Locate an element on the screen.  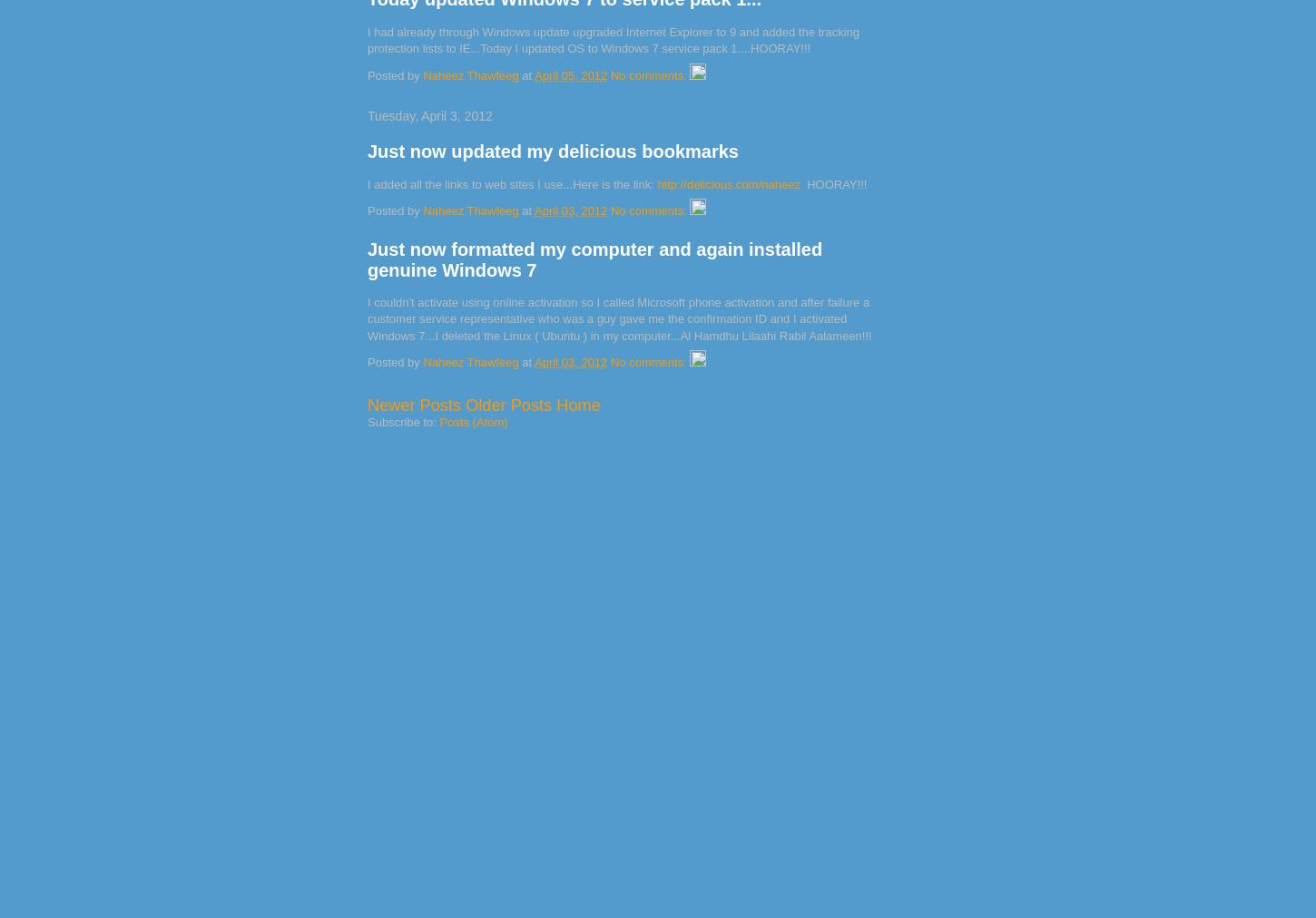
'Just now updated my delicious bookmarks' is located at coordinates (552, 151).